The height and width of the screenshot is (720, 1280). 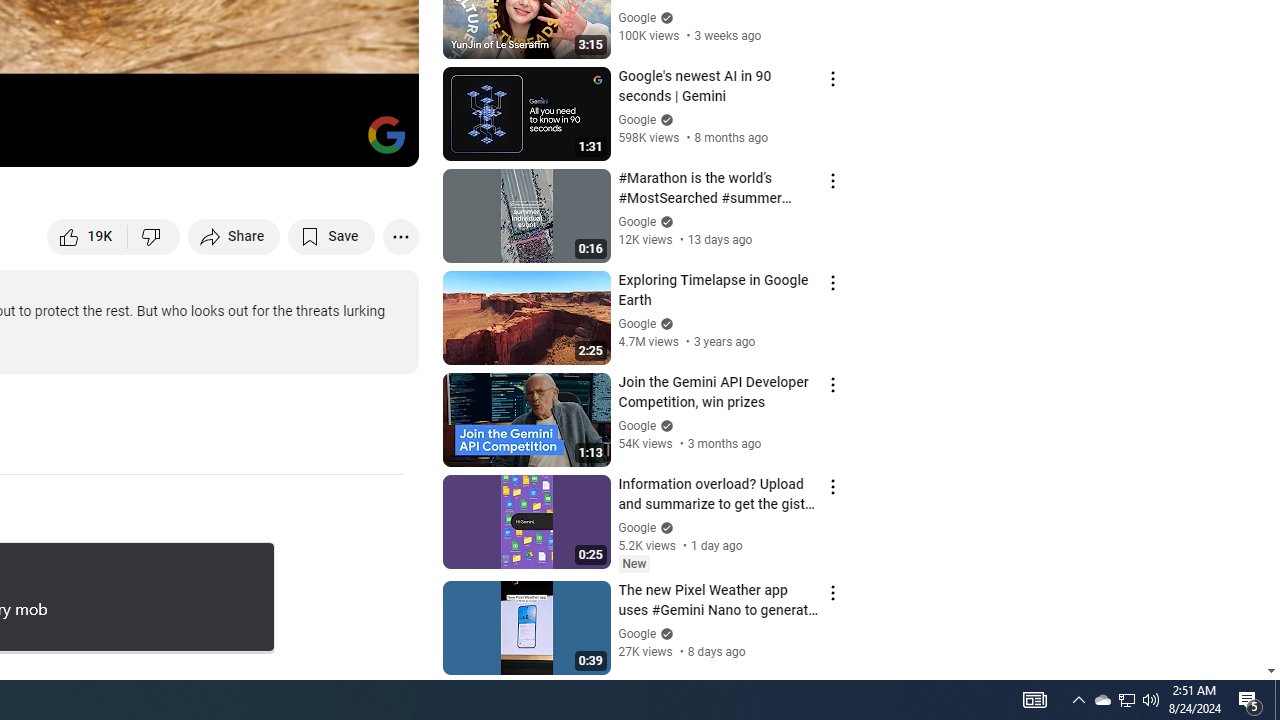 What do you see at coordinates (285, 141) in the screenshot?
I see `'Miniplayer (i)'` at bounding box center [285, 141].